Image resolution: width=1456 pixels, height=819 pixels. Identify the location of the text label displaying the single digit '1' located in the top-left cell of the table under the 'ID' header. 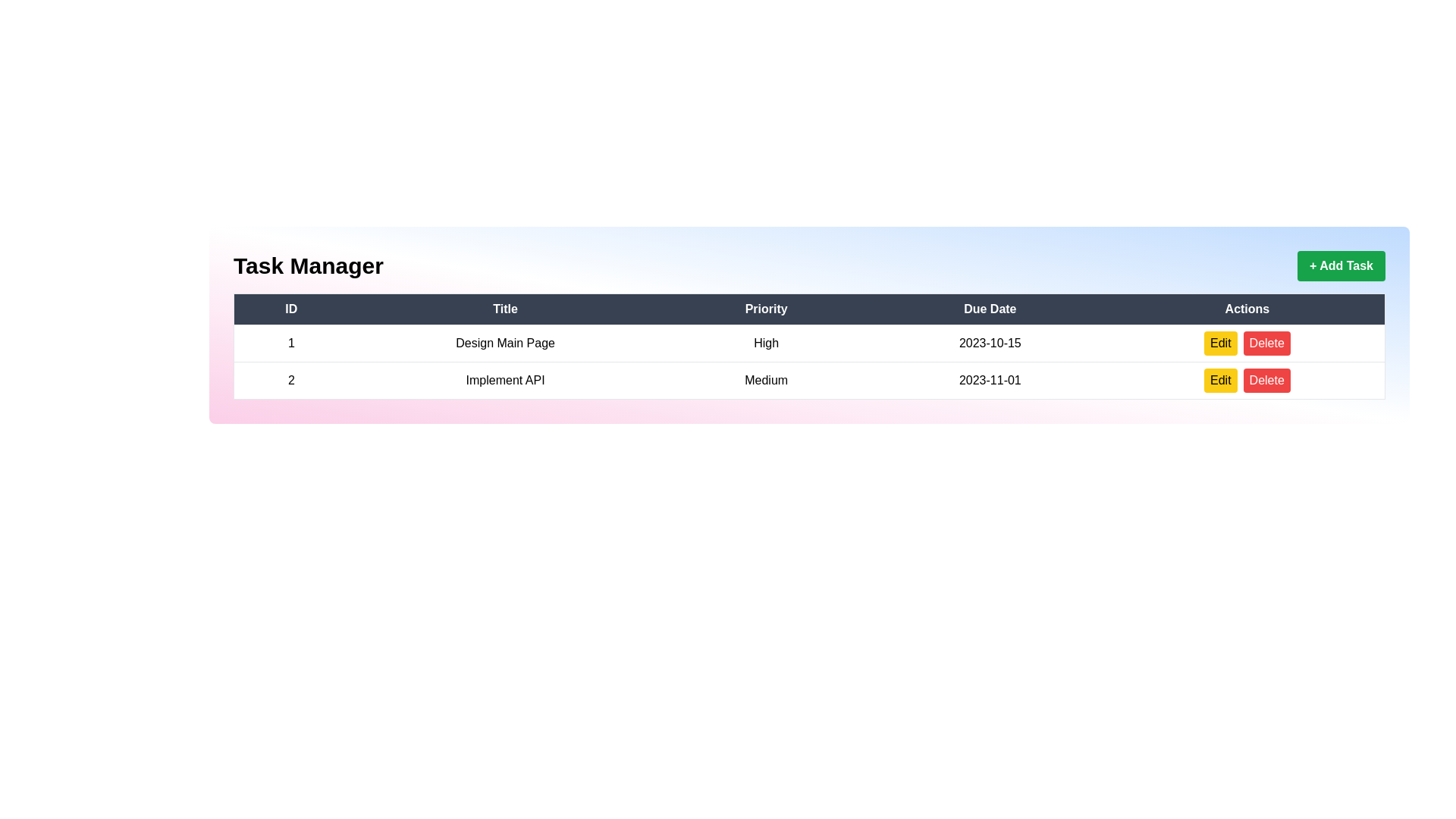
(291, 343).